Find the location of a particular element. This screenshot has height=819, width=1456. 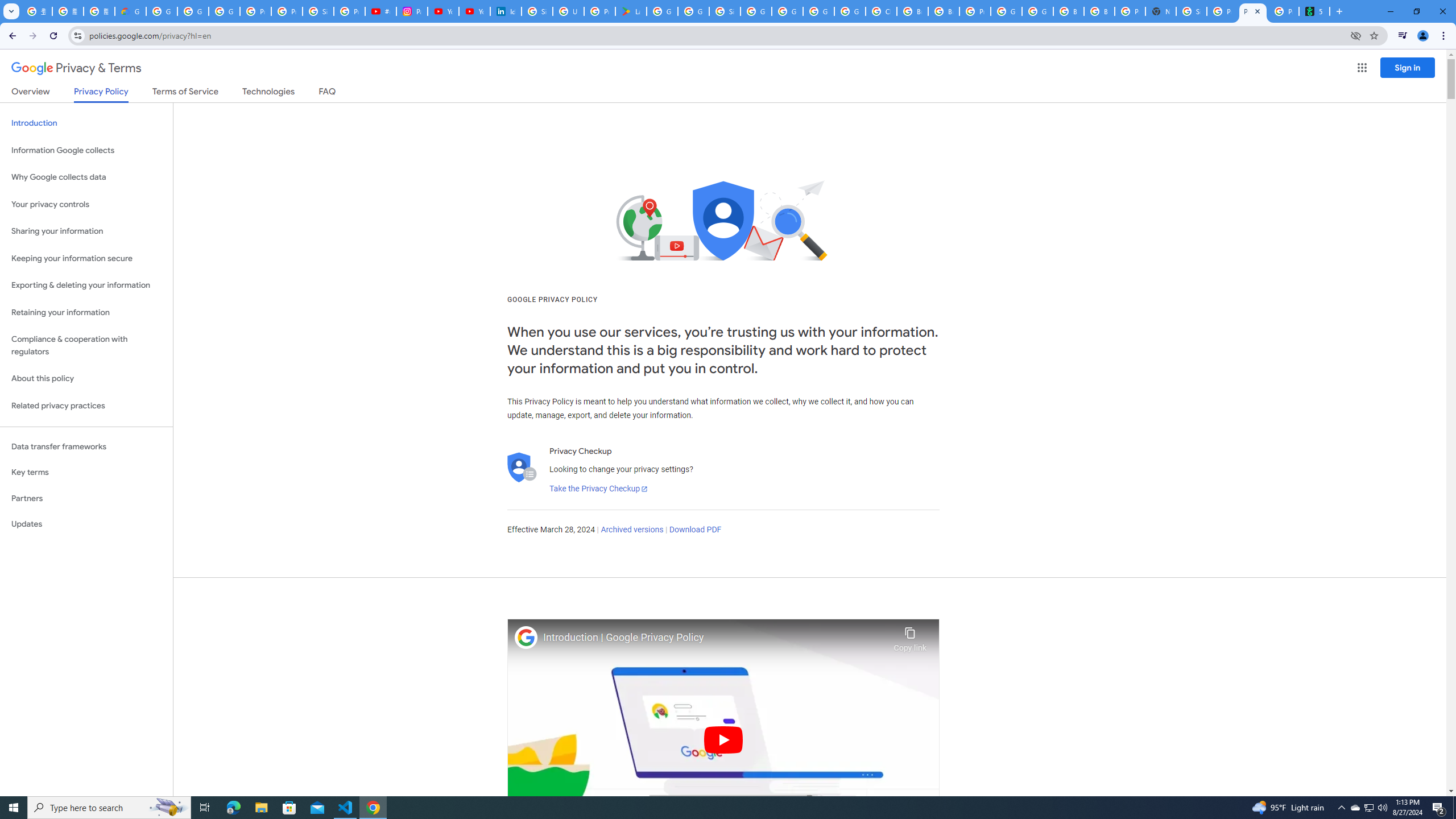

'YouTube Culture & Trends - YouTube Top 10, 2021' is located at coordinates (474, 11).